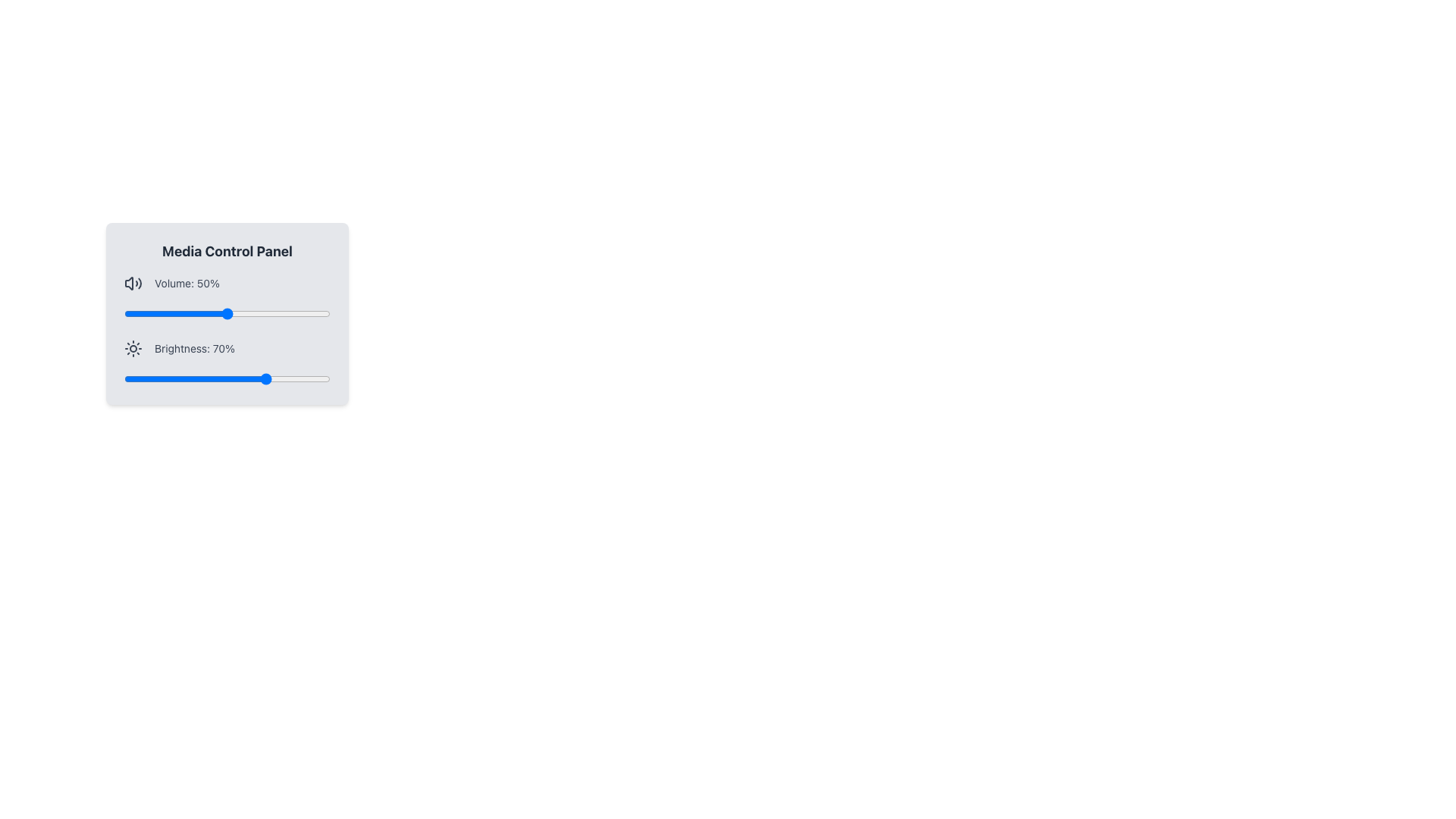 The width and height of the screenshot is (1456, 819). What do you see at coordinates (193, 348) in the screenshot?
I see `the Text Label indicating the brightness level, which is currently set at 70%, positioned adjacent to a sun icon on the left side of the brightness slider` at bounding box center [193, 348].